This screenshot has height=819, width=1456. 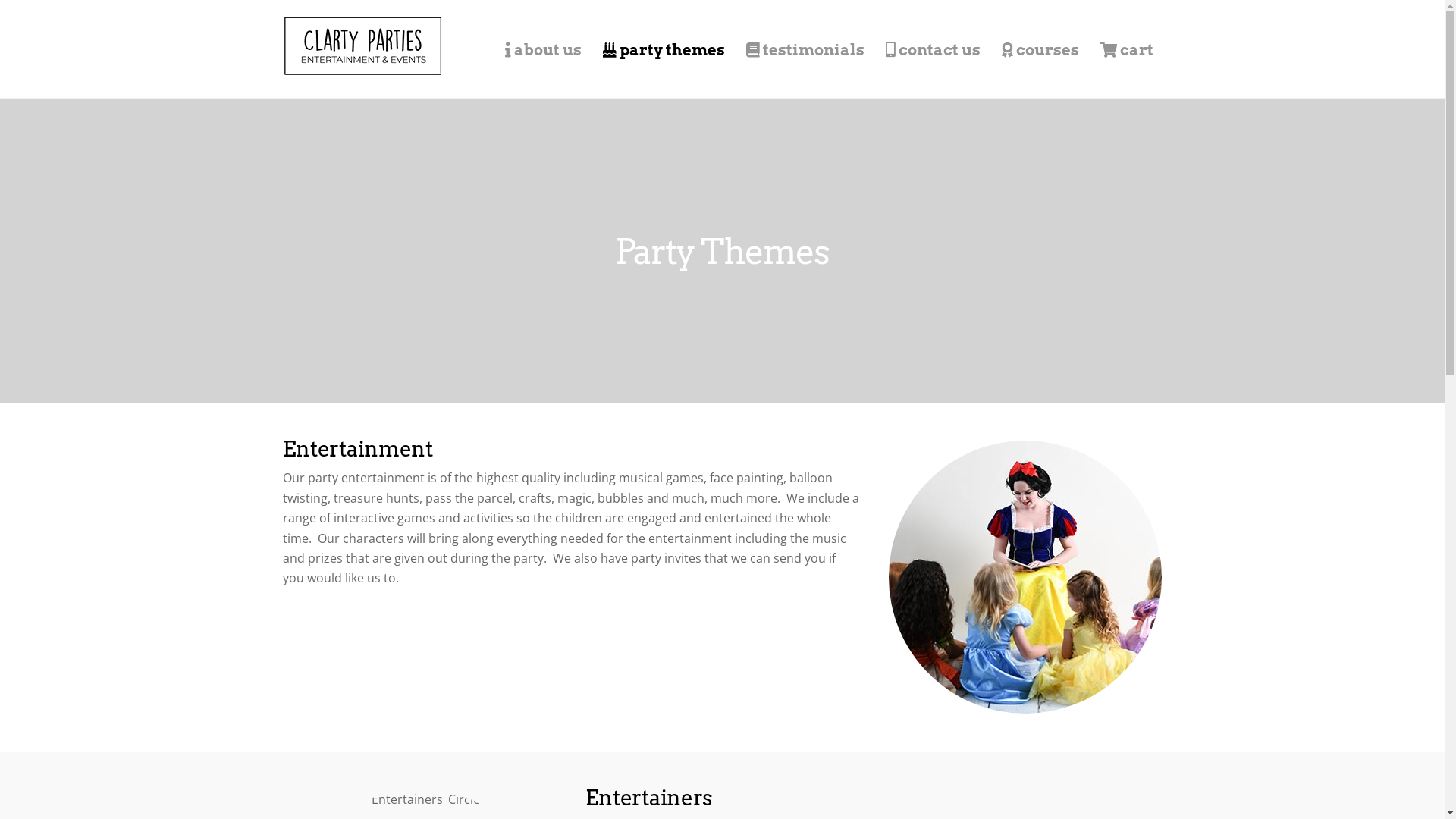 What do you see at coordinates (1039, 49) in the screenshot?
I see `'courses'` at bounding box center [1039, 49].